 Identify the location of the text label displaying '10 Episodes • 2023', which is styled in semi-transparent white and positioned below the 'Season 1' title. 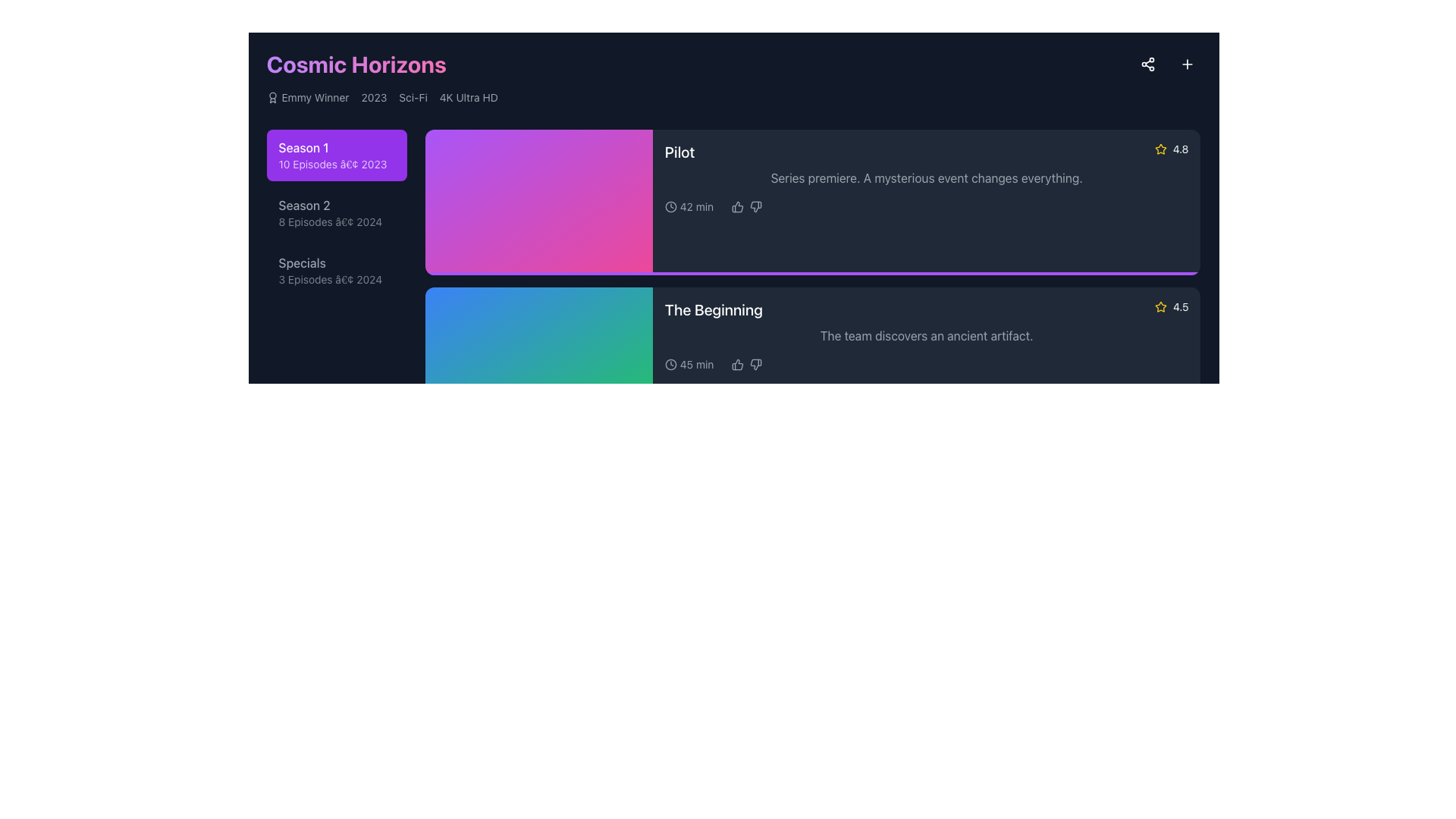
(336, 164).